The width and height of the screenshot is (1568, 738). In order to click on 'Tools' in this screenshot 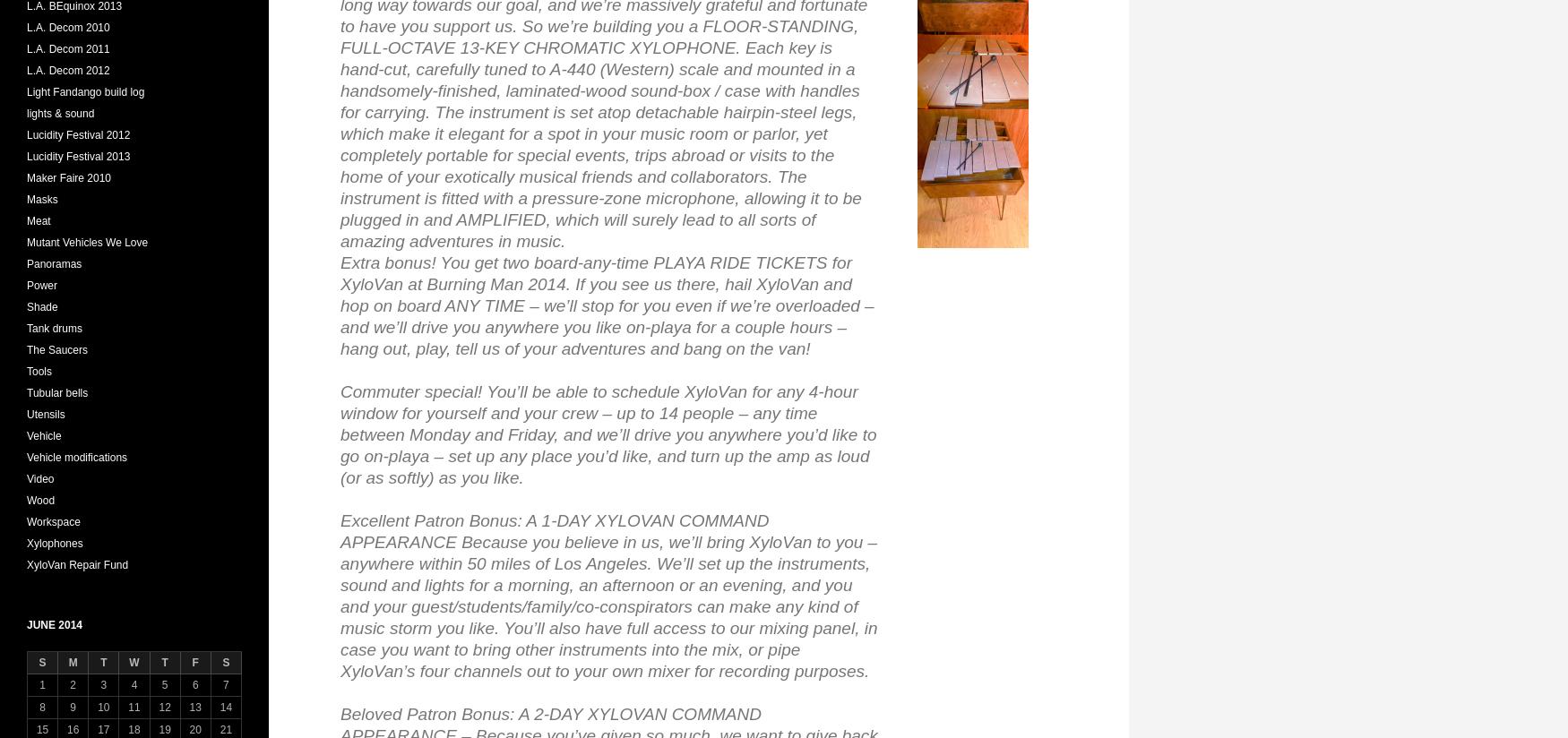, I will do `click(38, 370)`.